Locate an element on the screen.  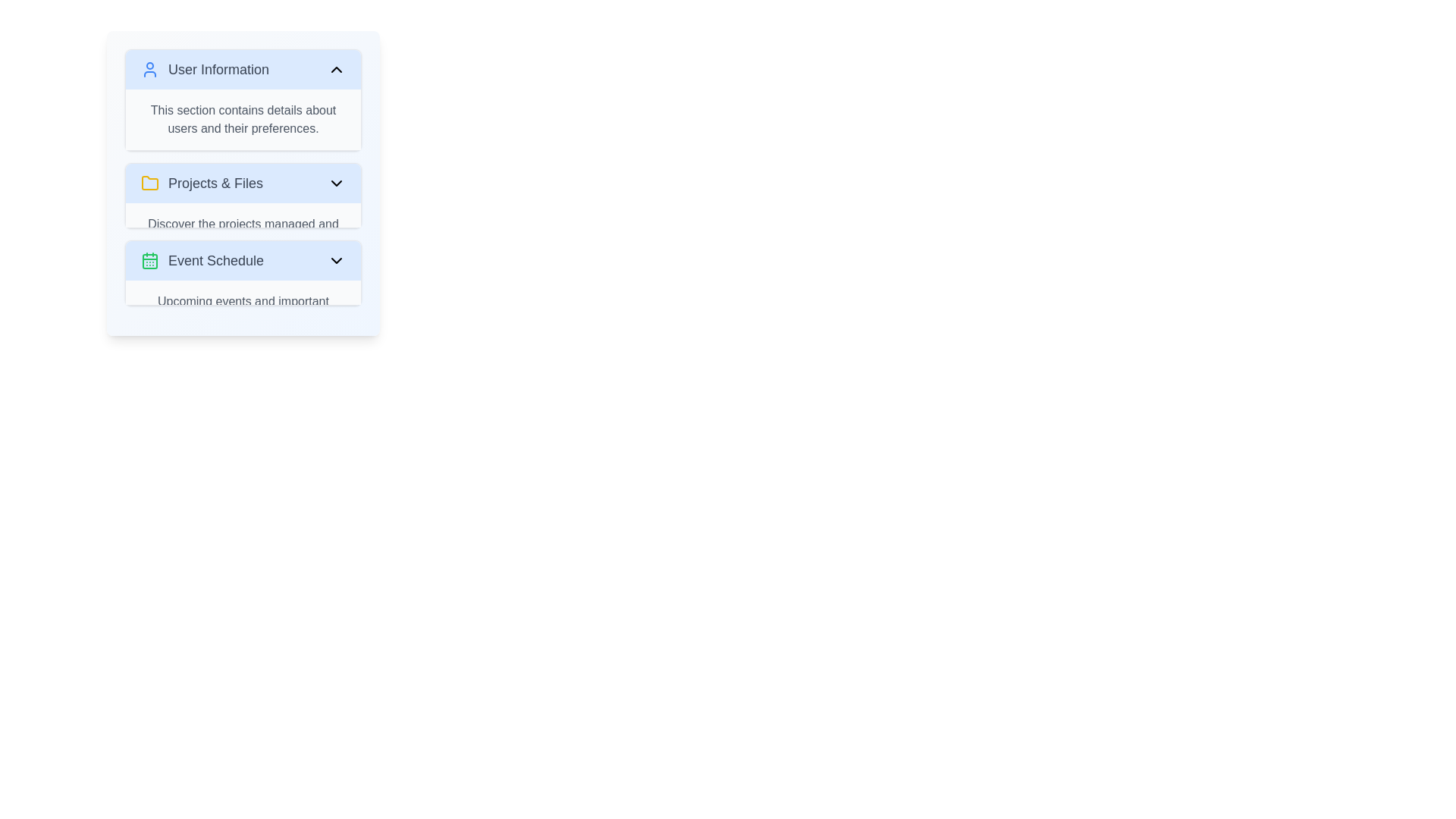
static text content that provides additional descriptive information about the 'User Information' section, which is centrally aligned and positioned below the heading 'User Information.' is located at coordinates (243, 119).